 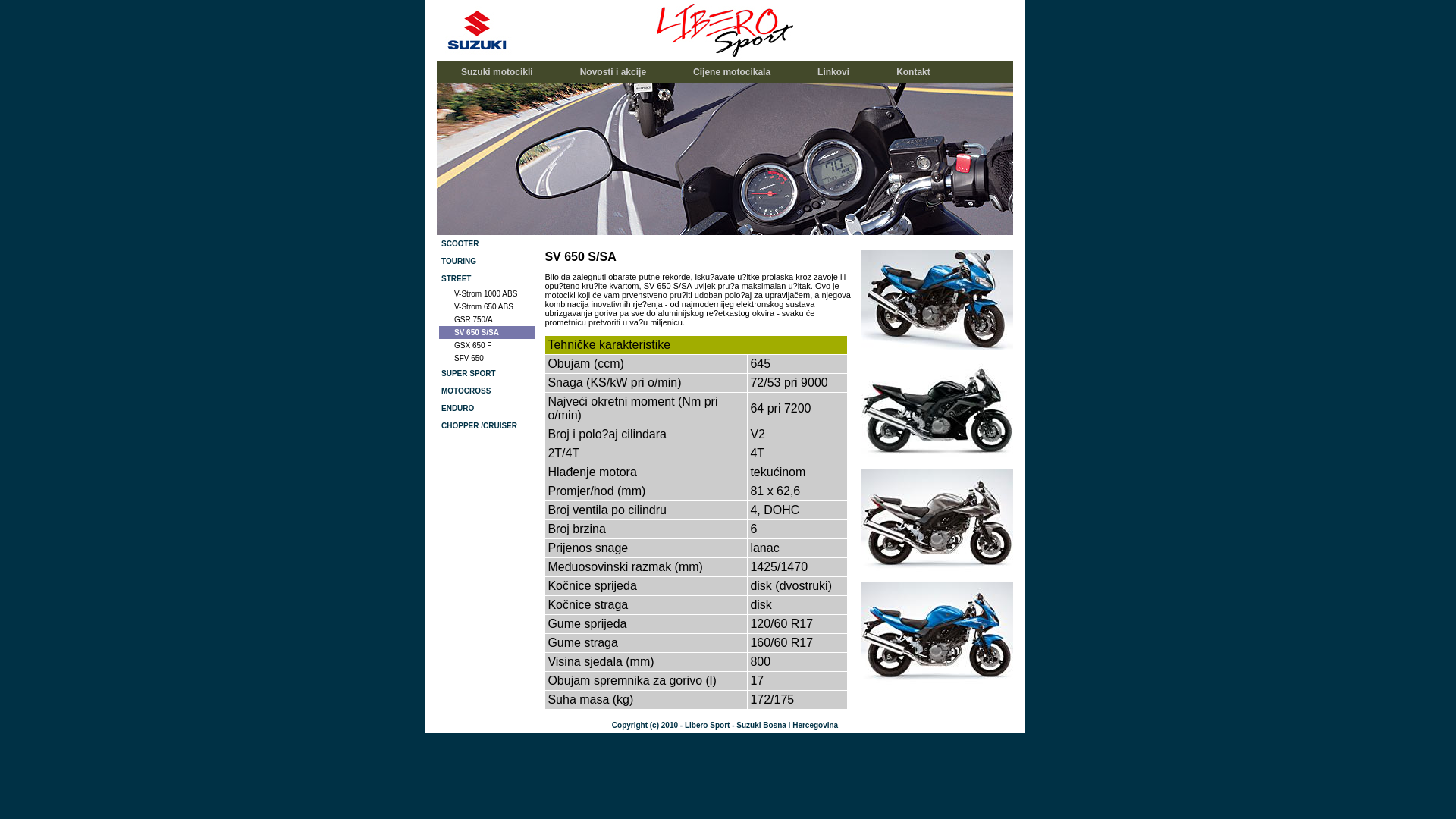 I want to click on 'Kontakt', so click(x=912, y=72).